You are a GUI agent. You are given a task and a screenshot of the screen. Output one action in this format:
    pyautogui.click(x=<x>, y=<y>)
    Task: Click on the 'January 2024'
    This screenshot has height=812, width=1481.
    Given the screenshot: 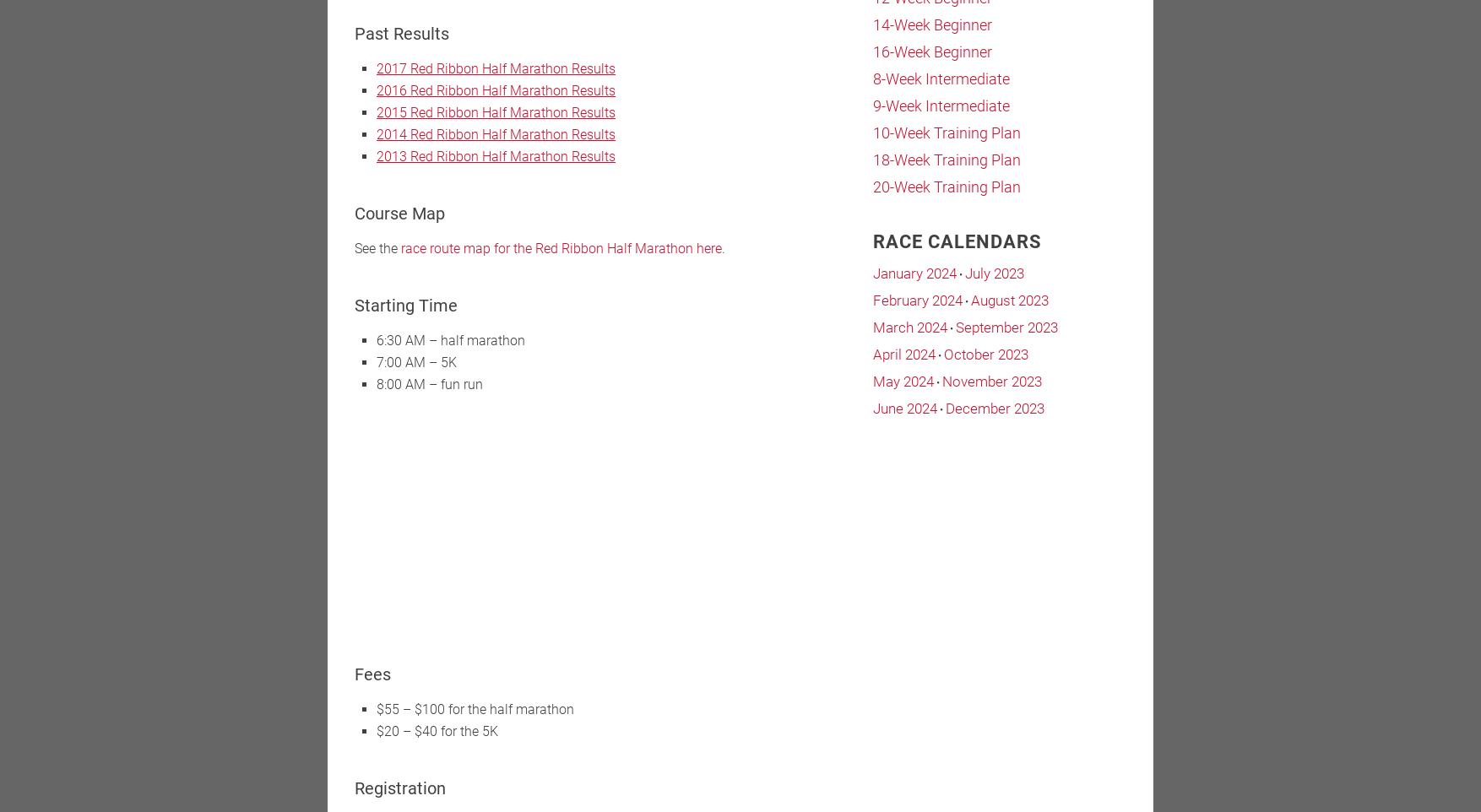 What is the action you would take?
    pyautogui.click(x=914, y=273)
    